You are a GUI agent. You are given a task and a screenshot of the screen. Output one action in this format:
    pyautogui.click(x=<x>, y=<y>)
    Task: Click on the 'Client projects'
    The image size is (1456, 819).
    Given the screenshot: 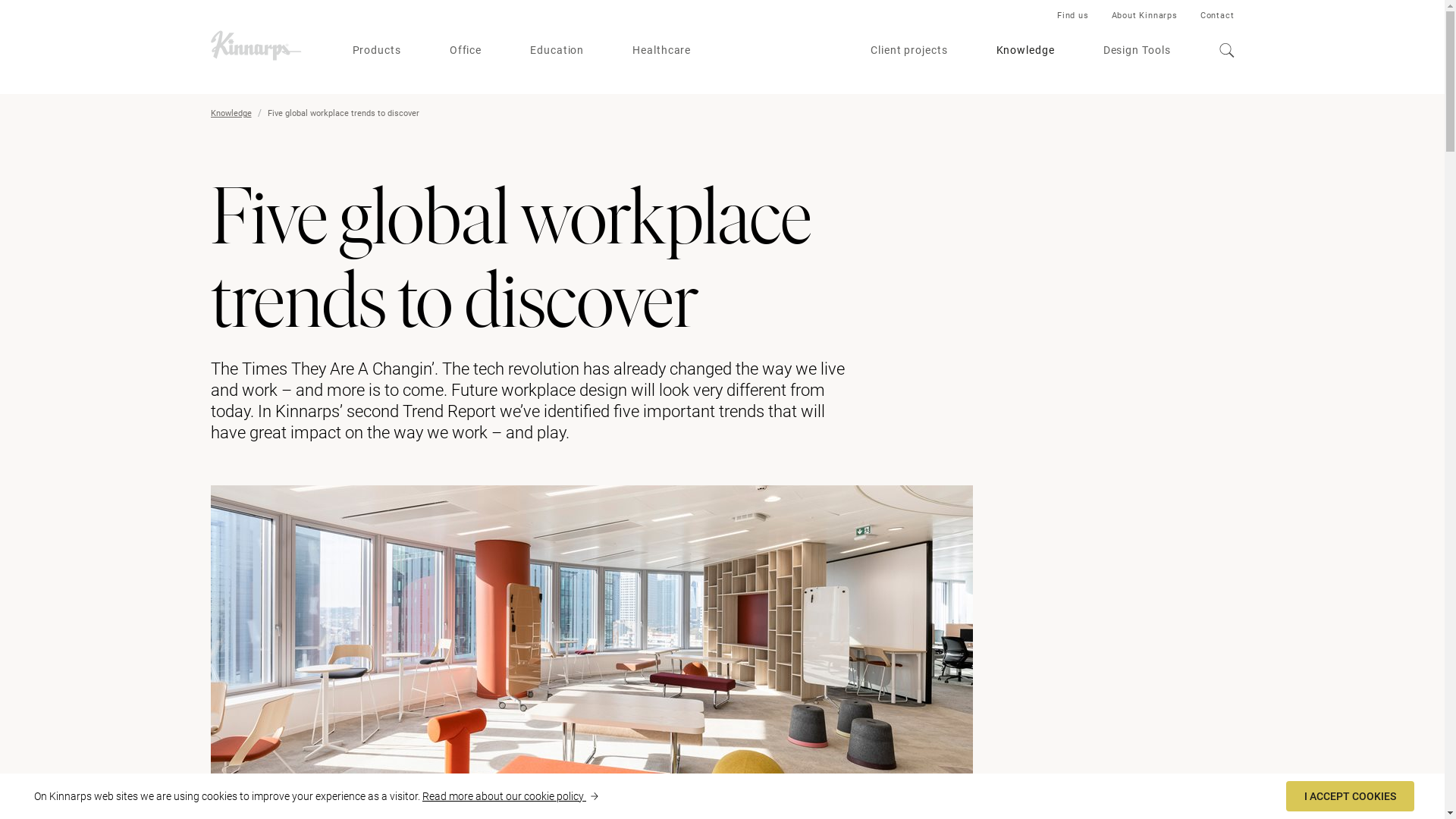 What is the action you would take?
    pyautogui.click(x=870, y=49)
    